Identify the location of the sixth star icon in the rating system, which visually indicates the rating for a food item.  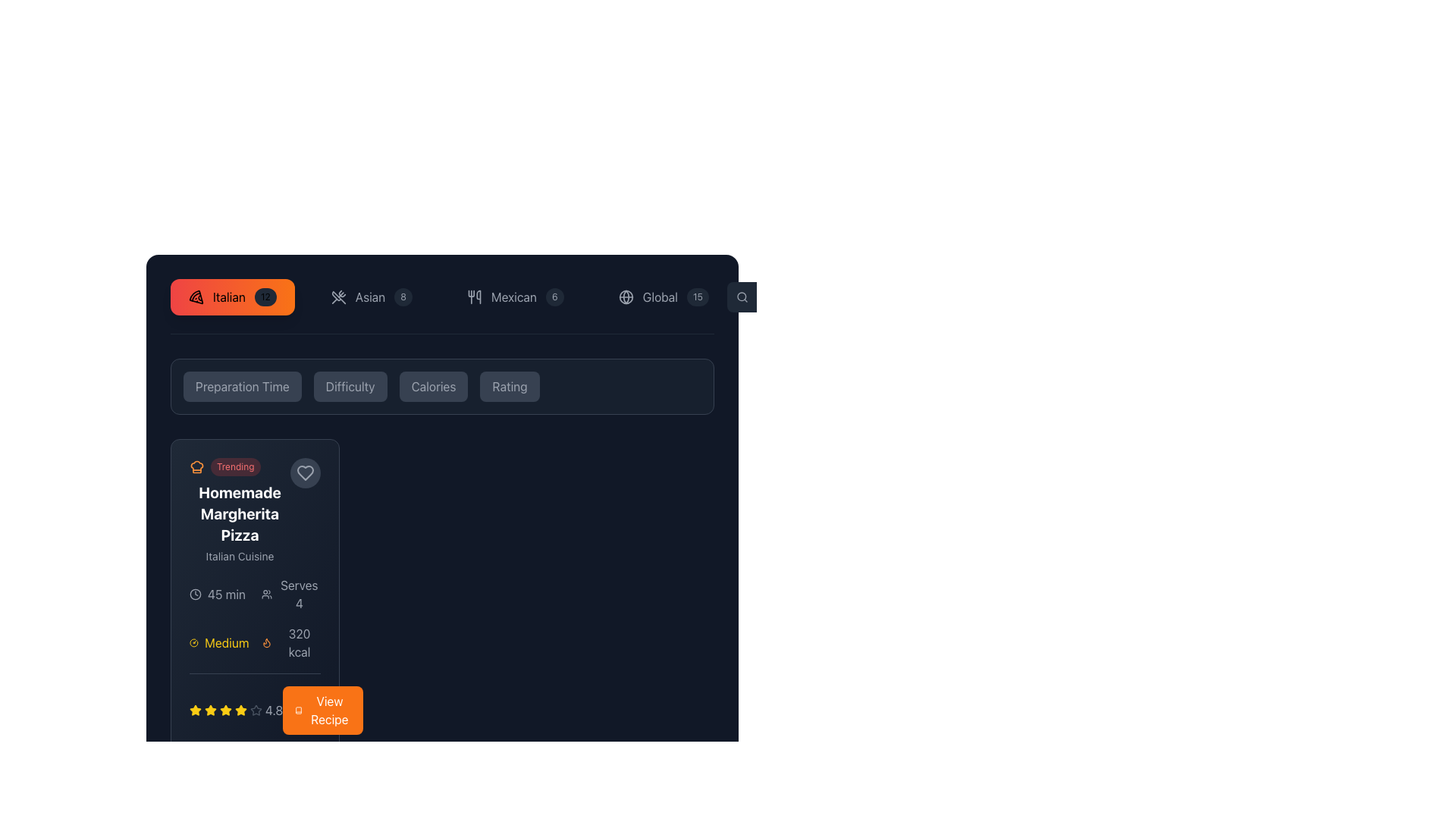
(240, 711).